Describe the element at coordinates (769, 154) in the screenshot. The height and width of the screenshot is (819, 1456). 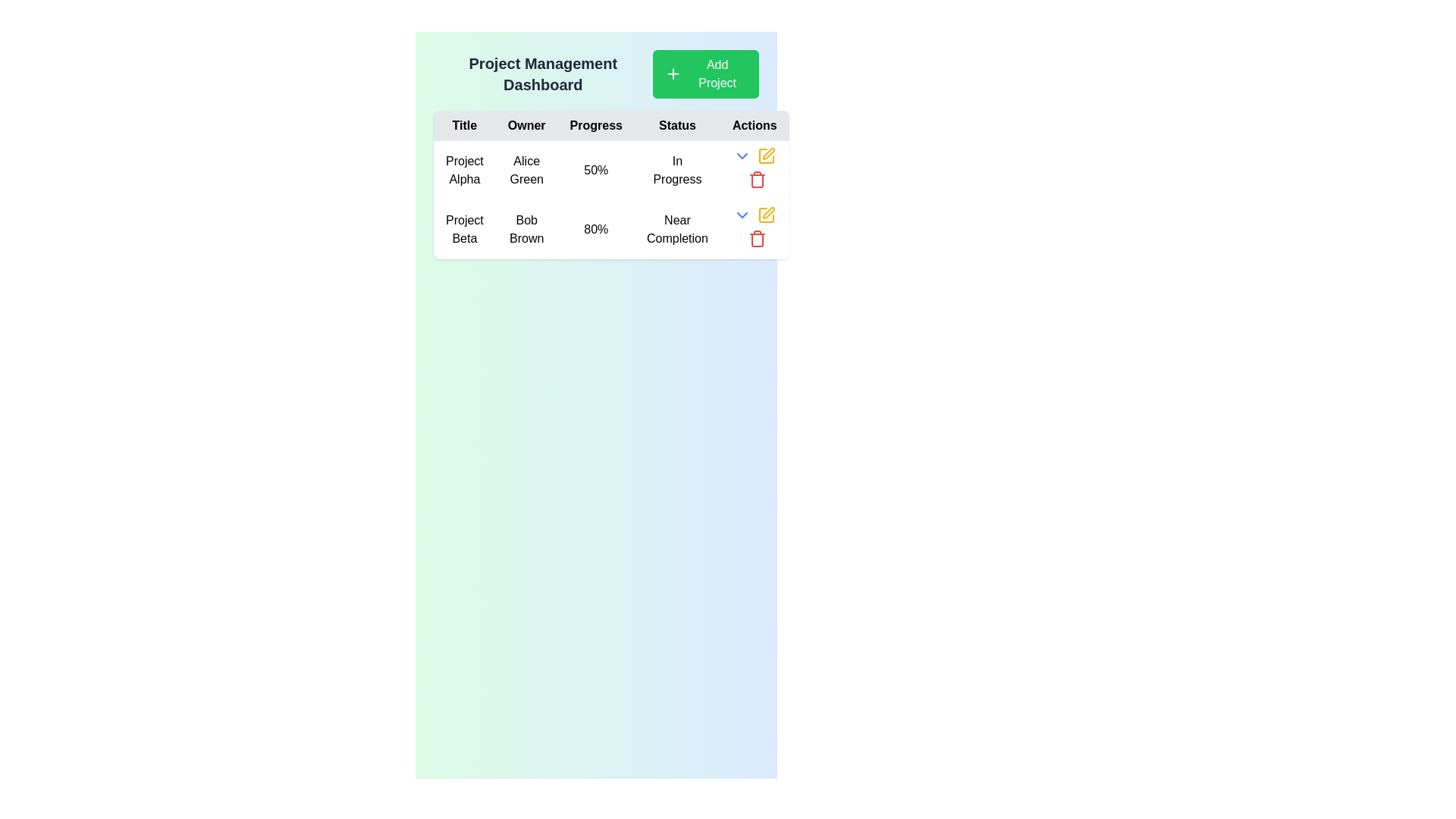
I see `the Icon button in the 'Actions' column for 'Project Beta'` at that location.